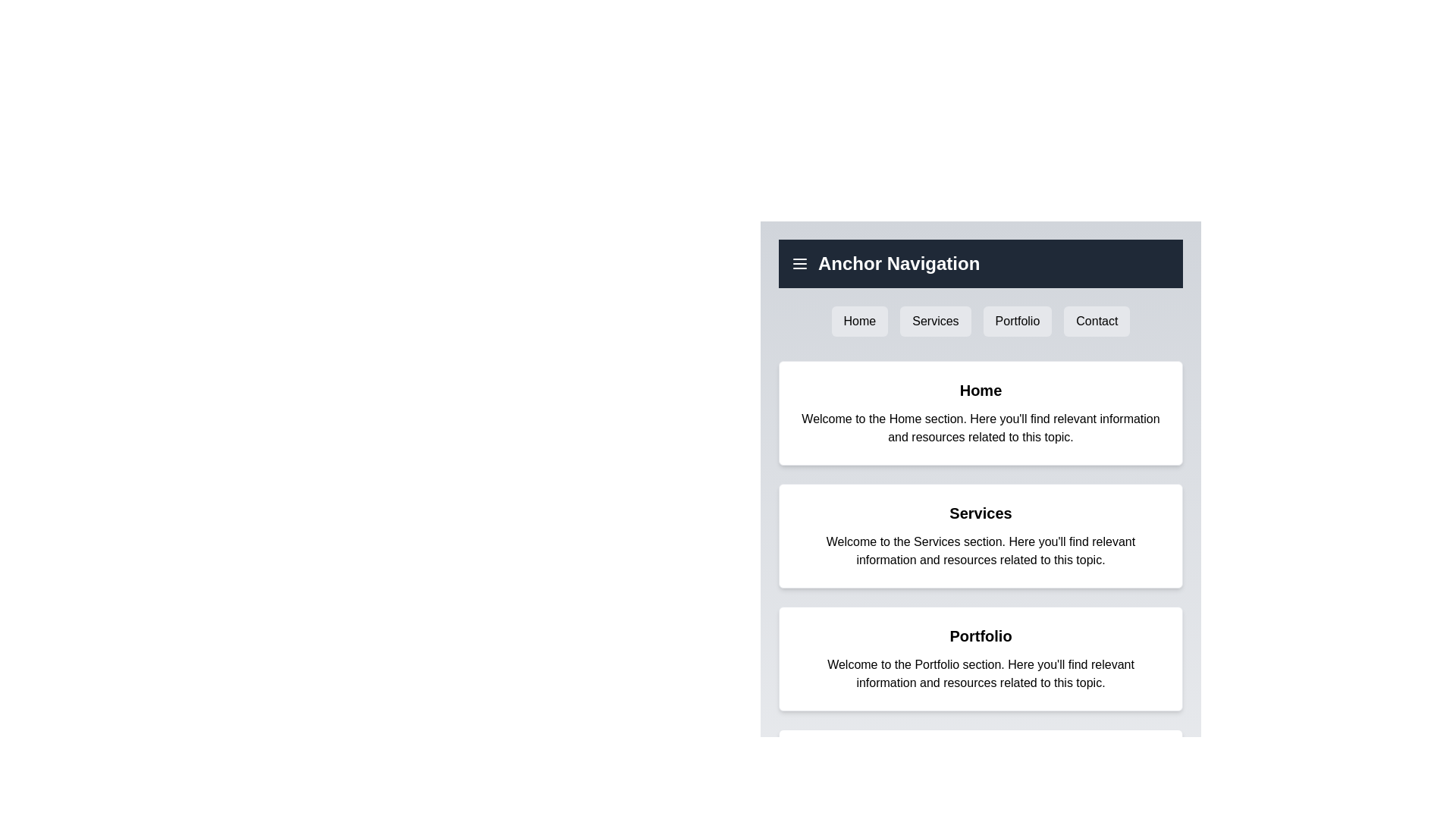 Image resolution: width=1456 pixels, height=819 pixels. What do you see at coordinates (799, 262) in the screenshot?
I see `the Hamburger Menu Icon, which consists of three horizontal white lines on a dark gray background, located at the top left corner of the interface next to the 'Anchor Navigation' title` at bounding box center [799, 262].